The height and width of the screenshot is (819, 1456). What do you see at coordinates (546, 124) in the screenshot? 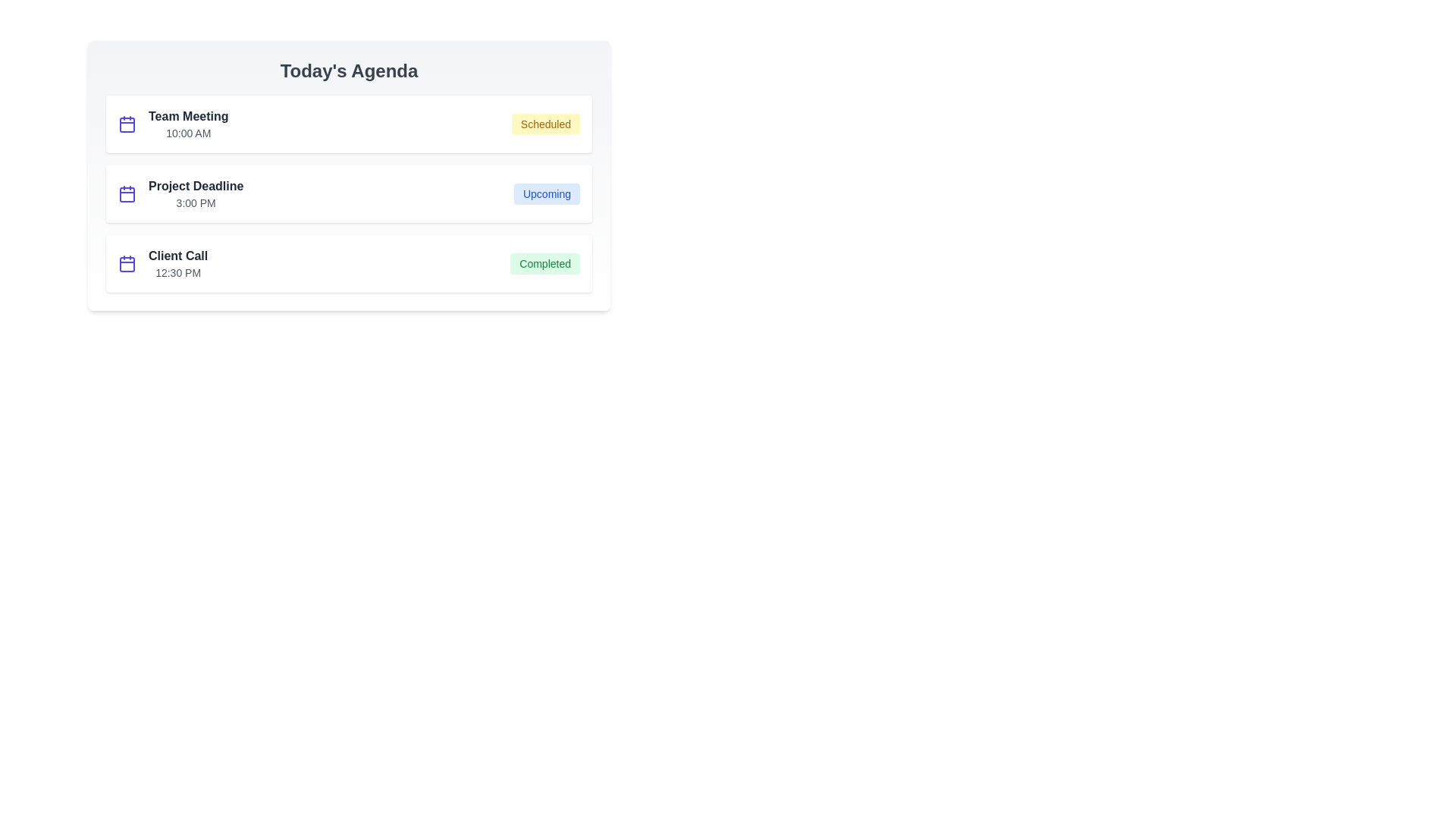
I see `the status tag Scheduled to filter events by the selected status` at bounding box center [546, 124].